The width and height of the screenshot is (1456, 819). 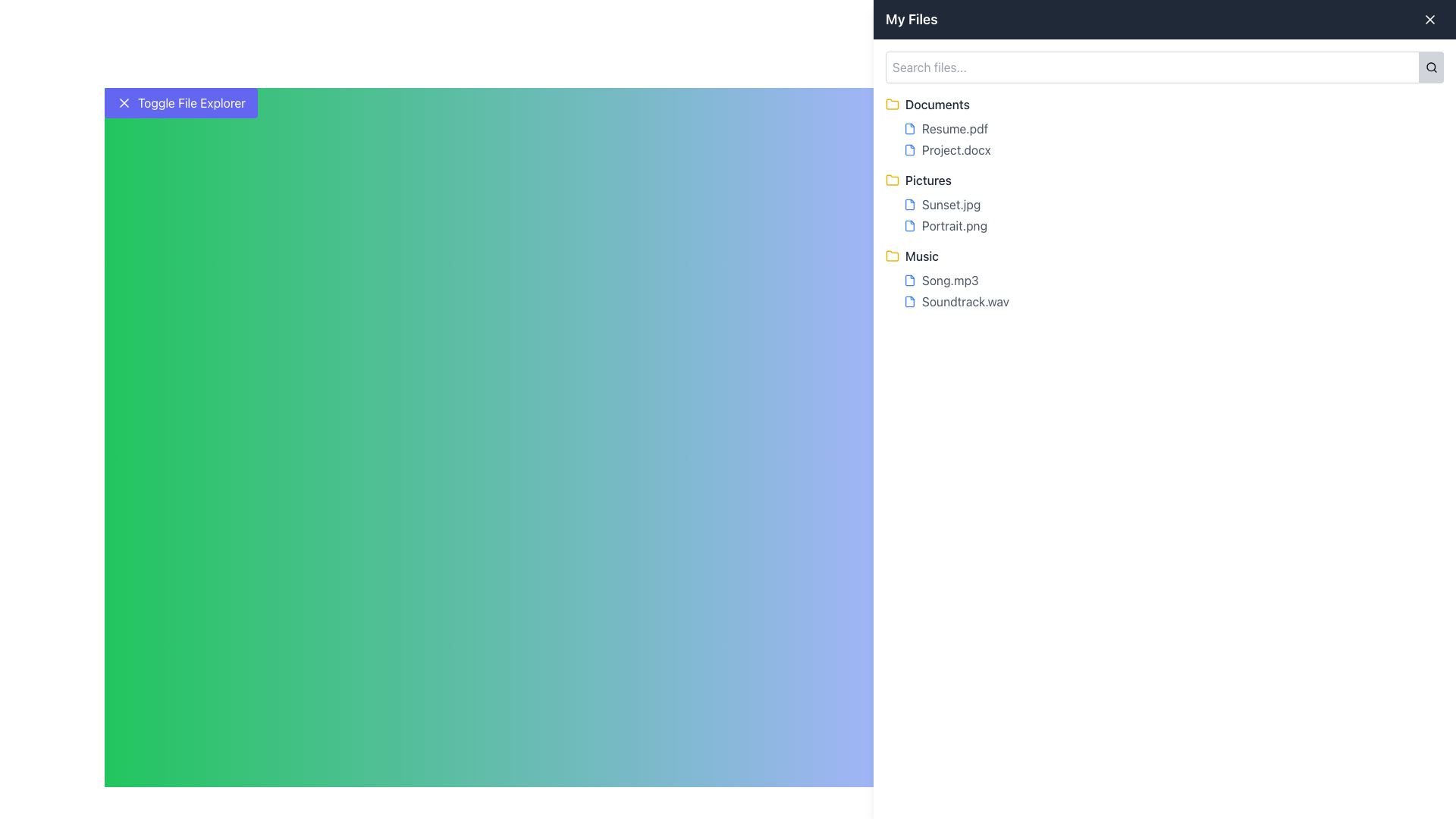 What do you see at coordinates (892, 178) in the screenshot?
I see `the folder icon in the 'My Files' section` at bounding box center [892, 178].